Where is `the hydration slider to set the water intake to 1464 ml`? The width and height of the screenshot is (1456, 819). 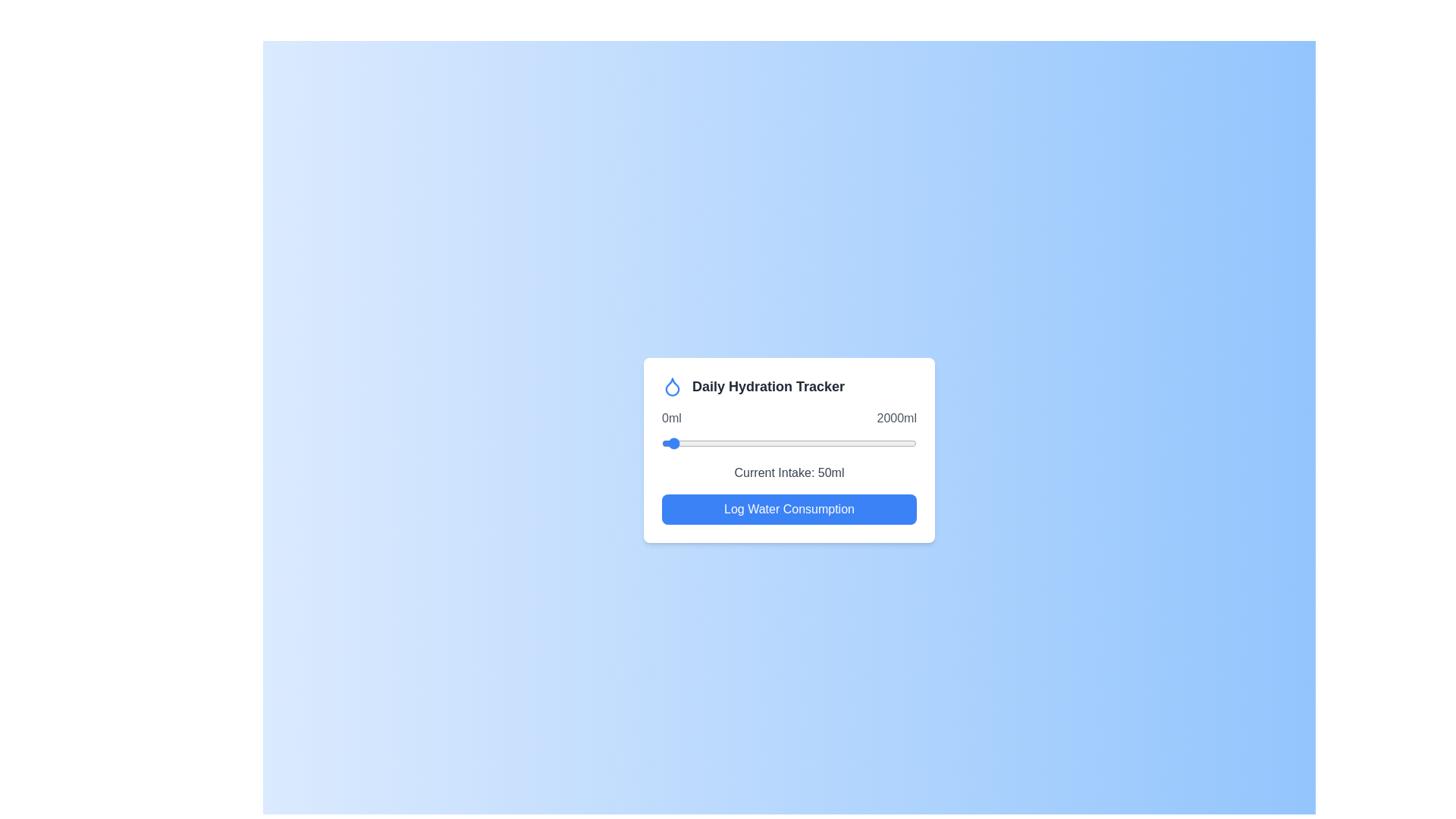
the hydration slider to set the water intake to 1464 ml is located at coordinates (847, 444).